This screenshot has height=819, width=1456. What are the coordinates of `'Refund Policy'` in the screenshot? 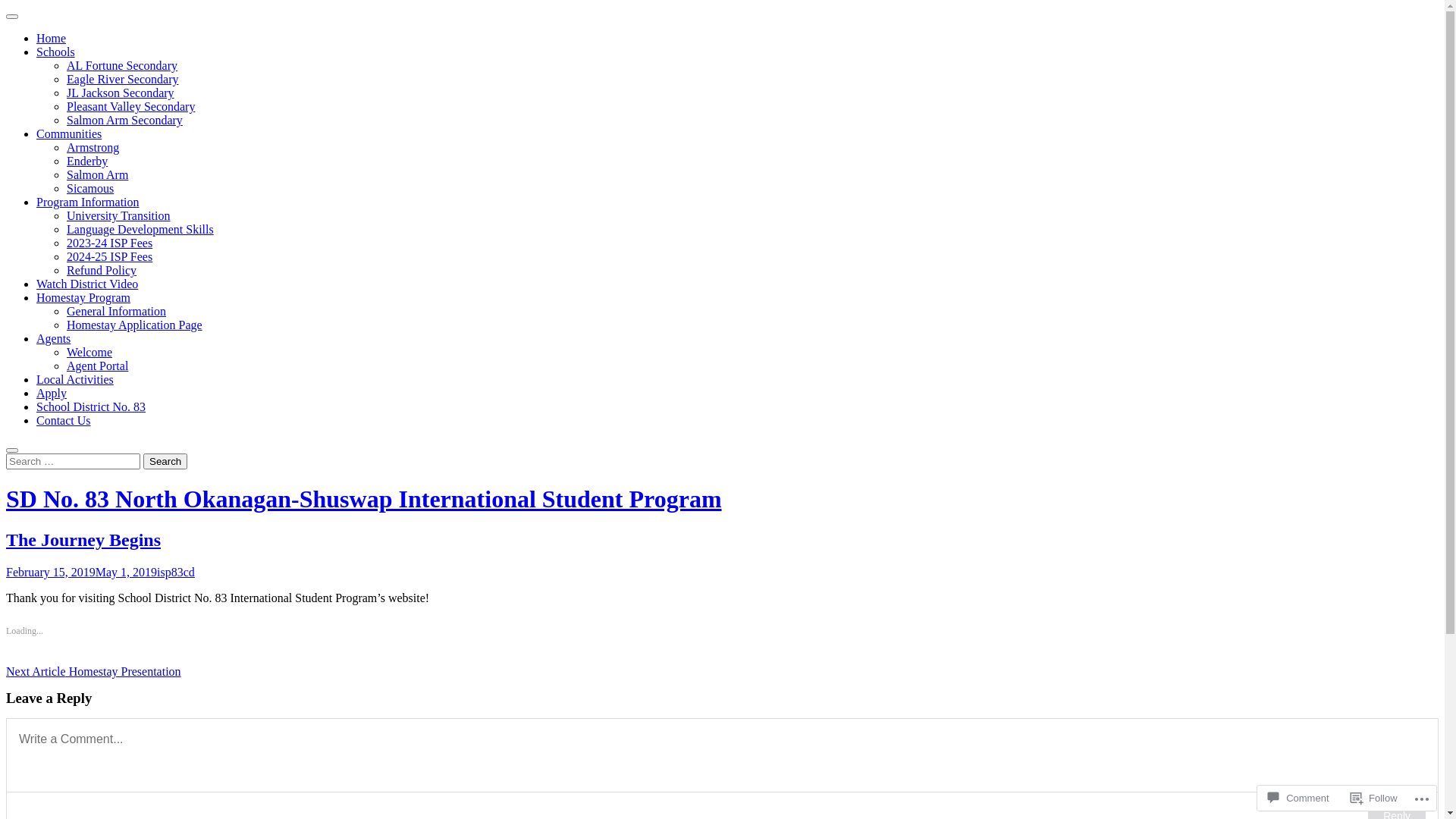 It's located at (65, 269).